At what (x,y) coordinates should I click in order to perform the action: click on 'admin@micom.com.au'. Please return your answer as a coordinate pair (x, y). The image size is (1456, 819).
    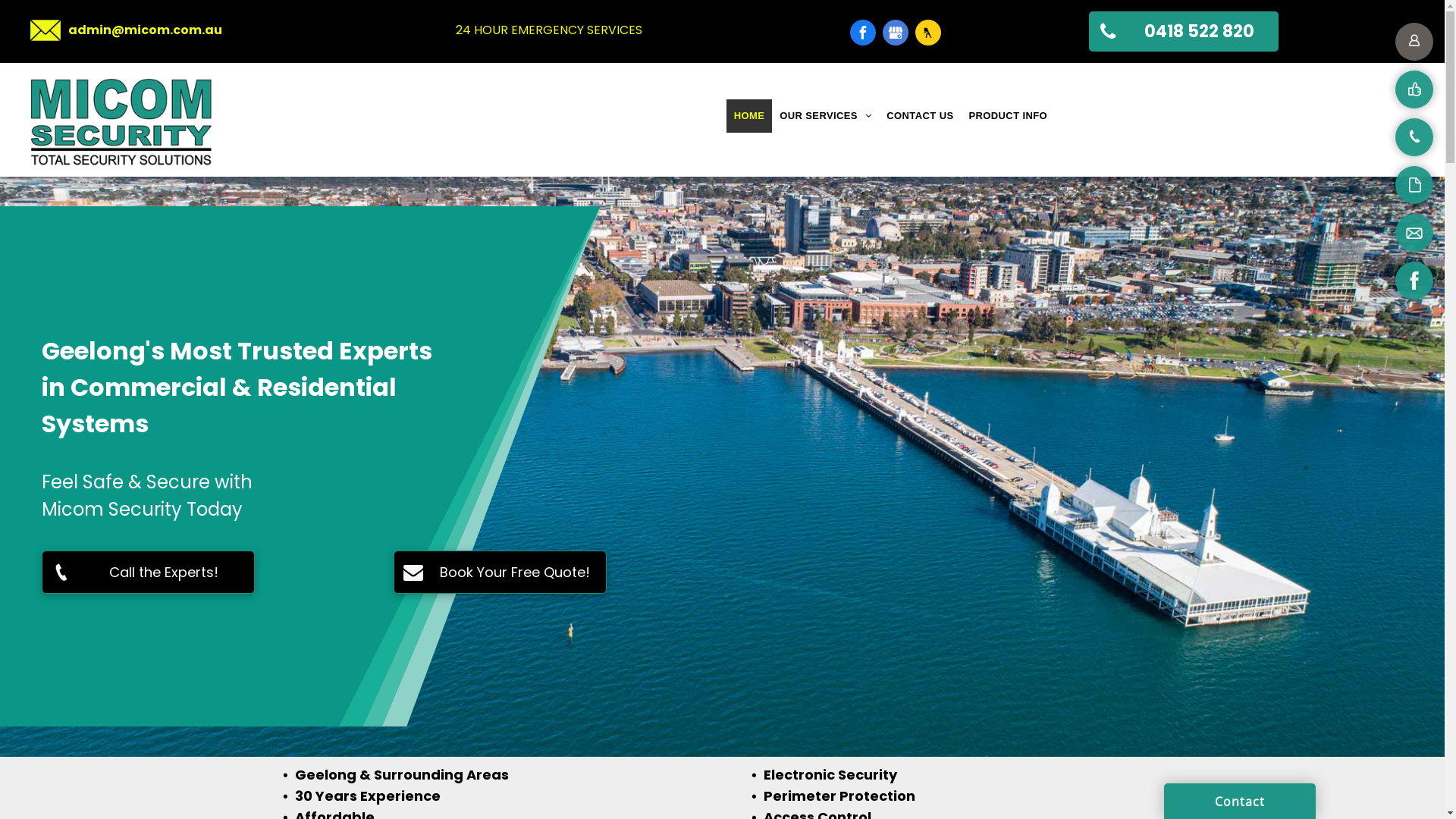
    Looking at the image, I should click on (145, 30).